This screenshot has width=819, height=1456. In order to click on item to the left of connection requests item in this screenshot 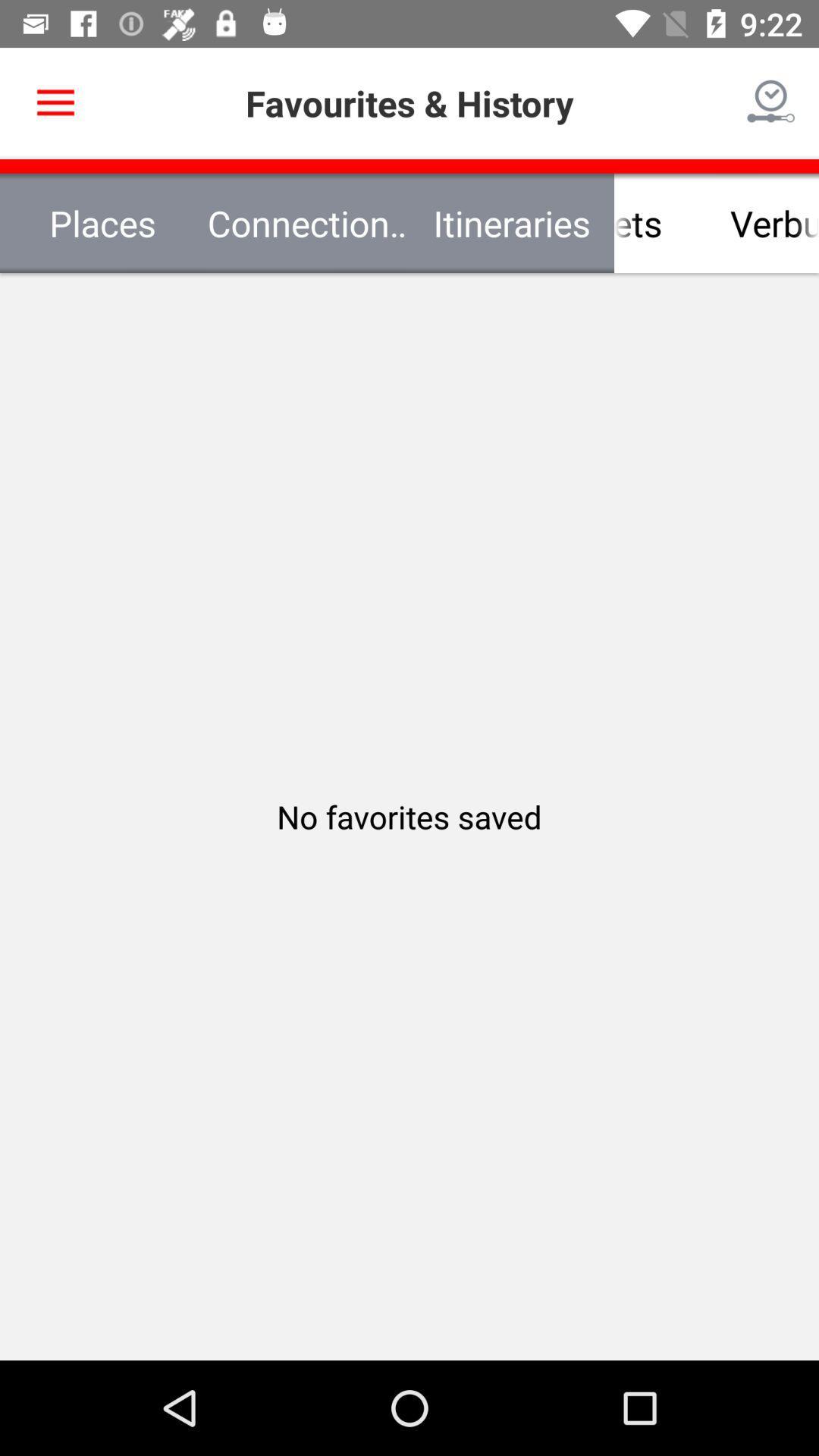, I will do `click(55, 102)`.